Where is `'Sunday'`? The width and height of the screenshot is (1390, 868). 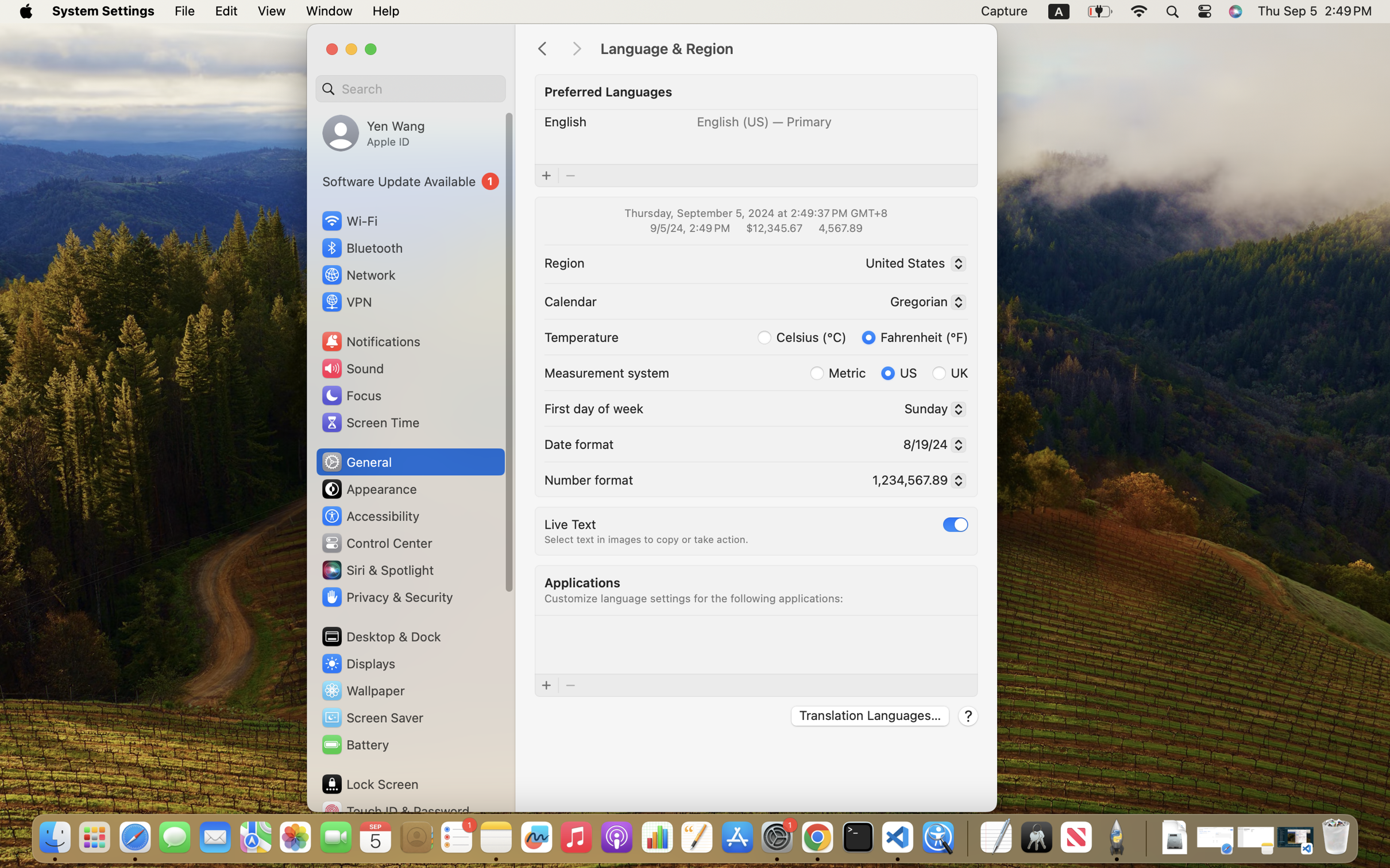
'Sunday' is located at coordinates (931, 410).